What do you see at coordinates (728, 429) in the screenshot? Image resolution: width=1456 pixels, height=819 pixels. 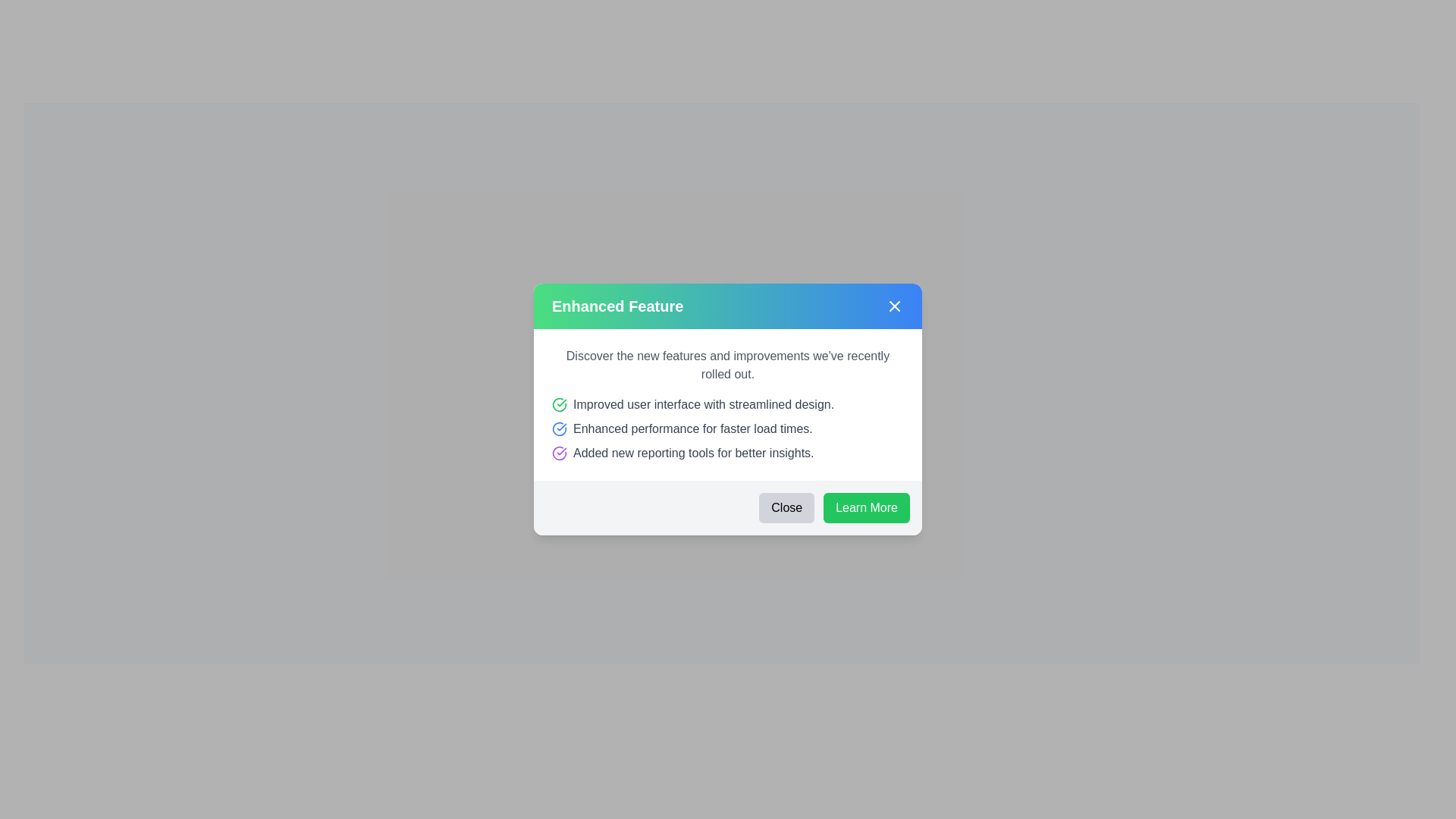 I see `the list item with text 'Enhanced performance for faster load times.' and a blue checkmark icon in the dialog titled 'Enhanced Feature.'` at bounding box center [728, 429].